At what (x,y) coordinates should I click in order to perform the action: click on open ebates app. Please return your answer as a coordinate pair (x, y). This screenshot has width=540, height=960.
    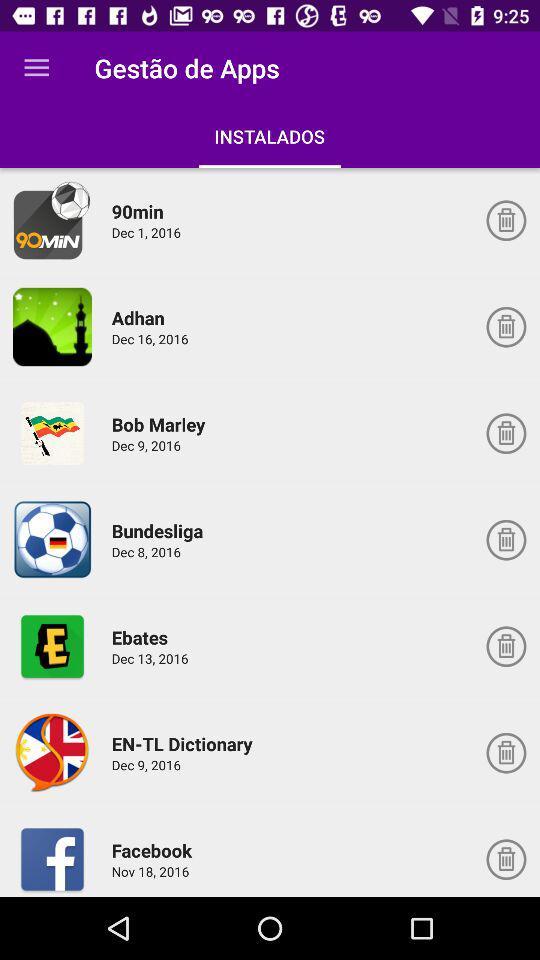
    Looking at the image, I should click on (52, 645).